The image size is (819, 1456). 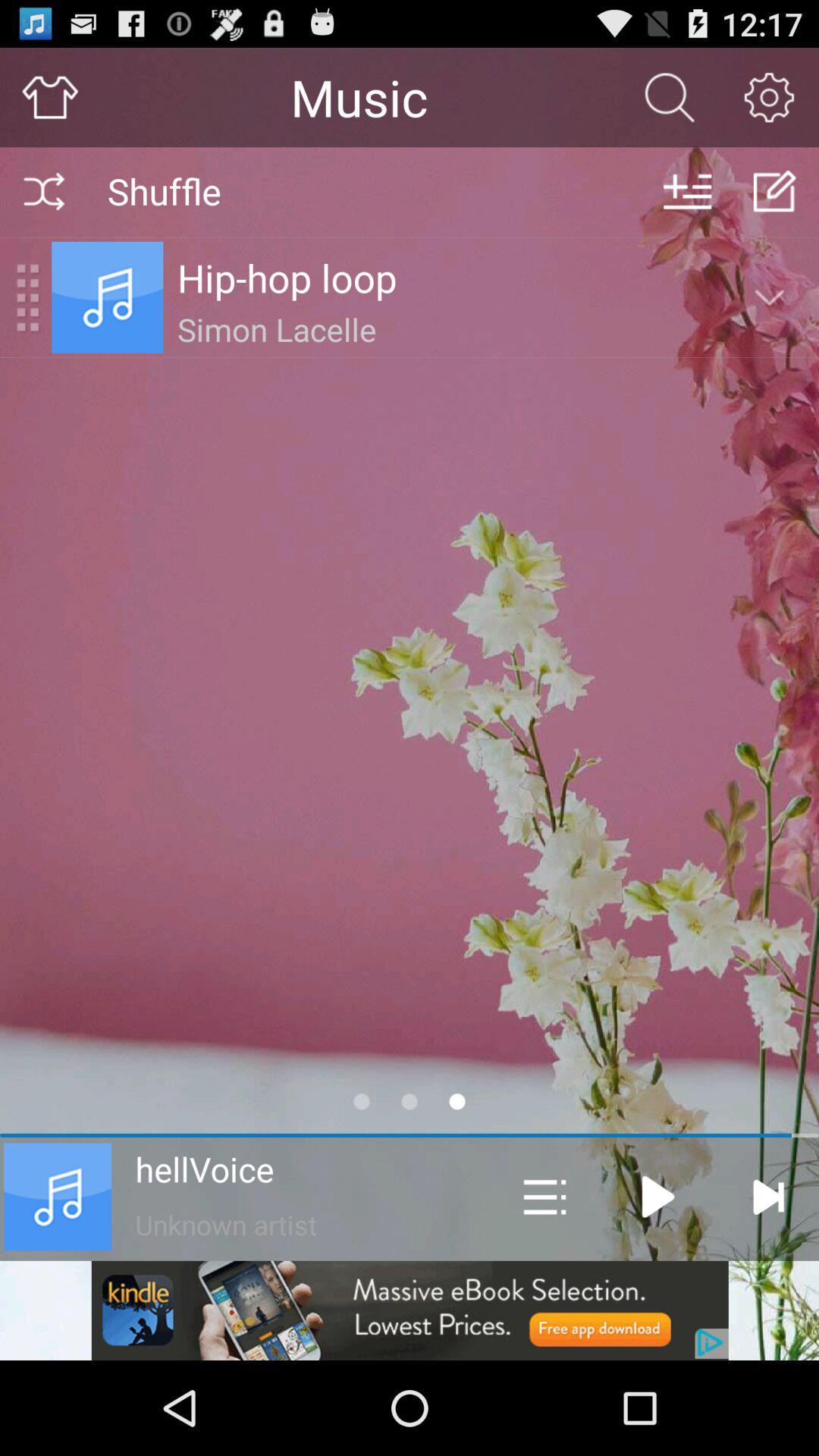 I want to click on the search icon, so click(x=669, y=103).